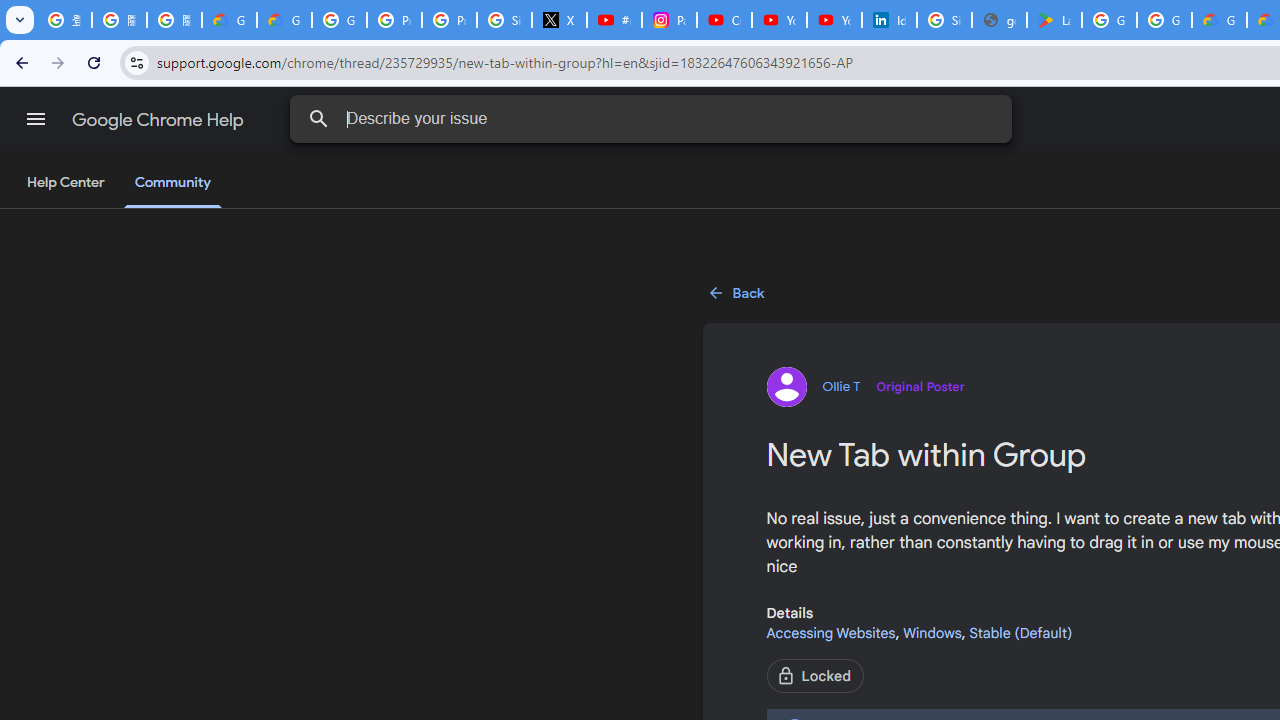  Describe the element at coordinates (160, 119) in the screenshot. I see `'Google Chrome Help'` at that location.